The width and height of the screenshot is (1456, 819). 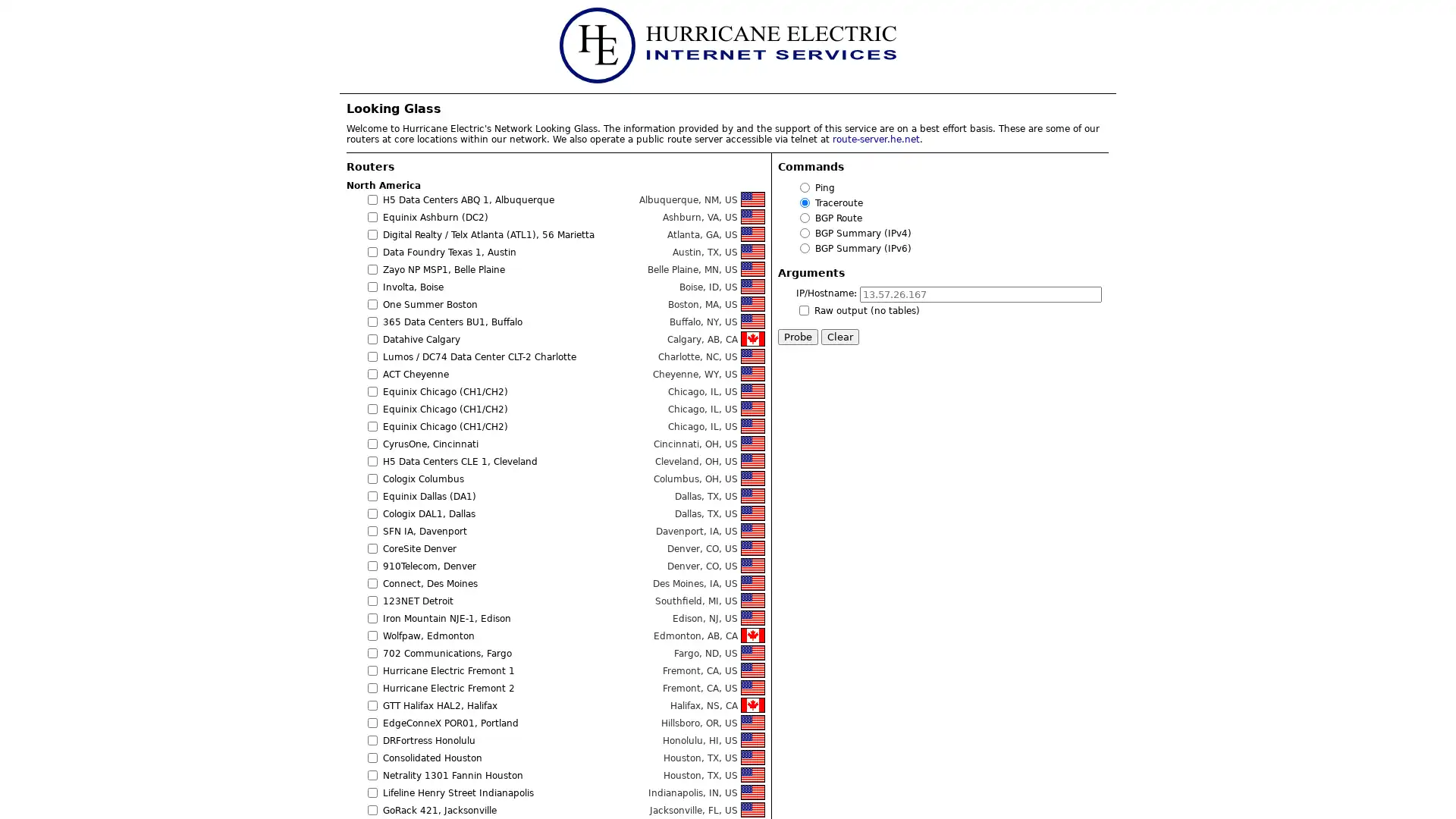 I want to click on Probe, so click(x=797, y=336).